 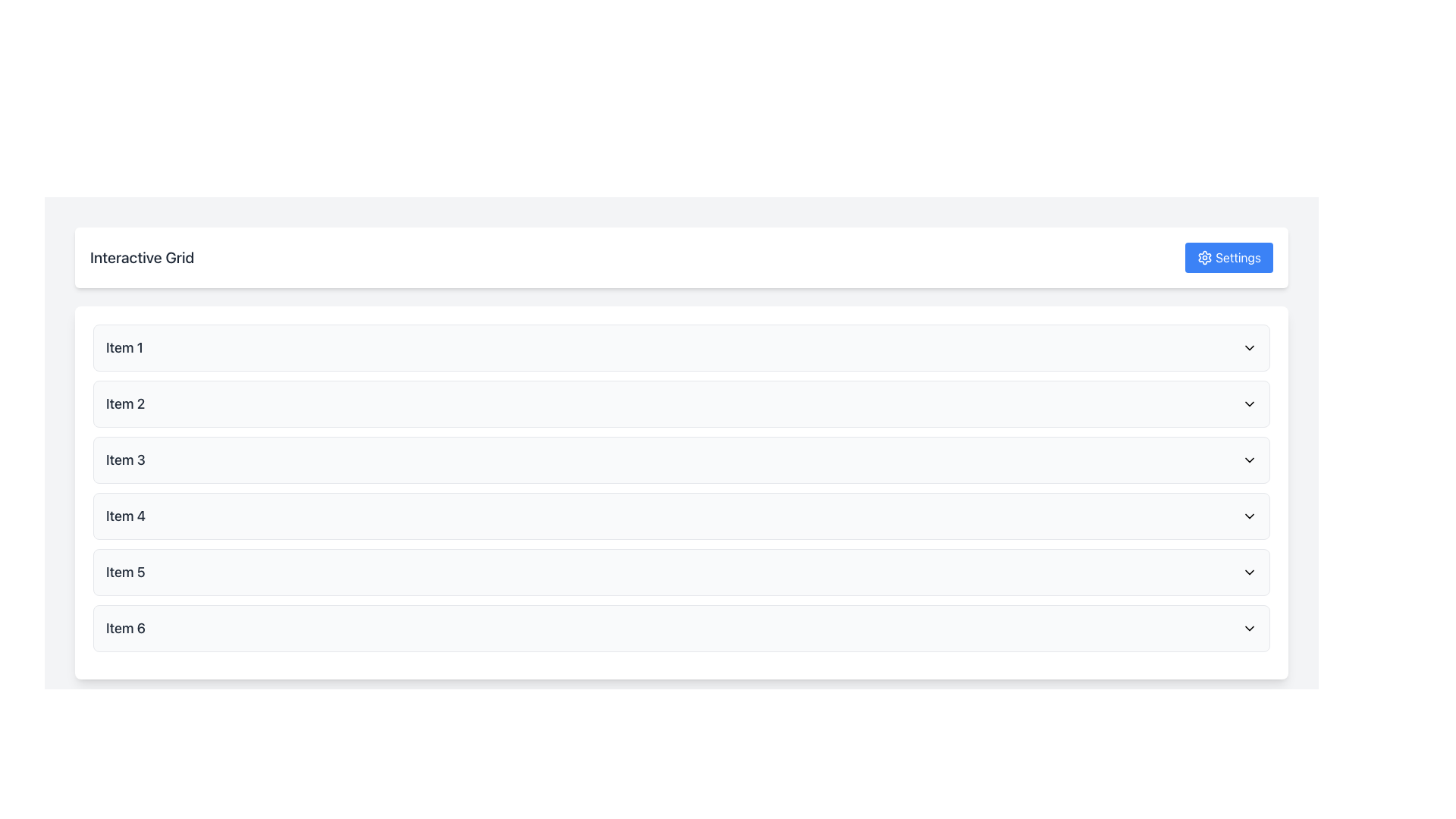 I want to click on the text label representing the title of the third item in a vertically arranged list, which is aligned to the left and adjacent to a dropdown icon, so click(x=125, y=459).